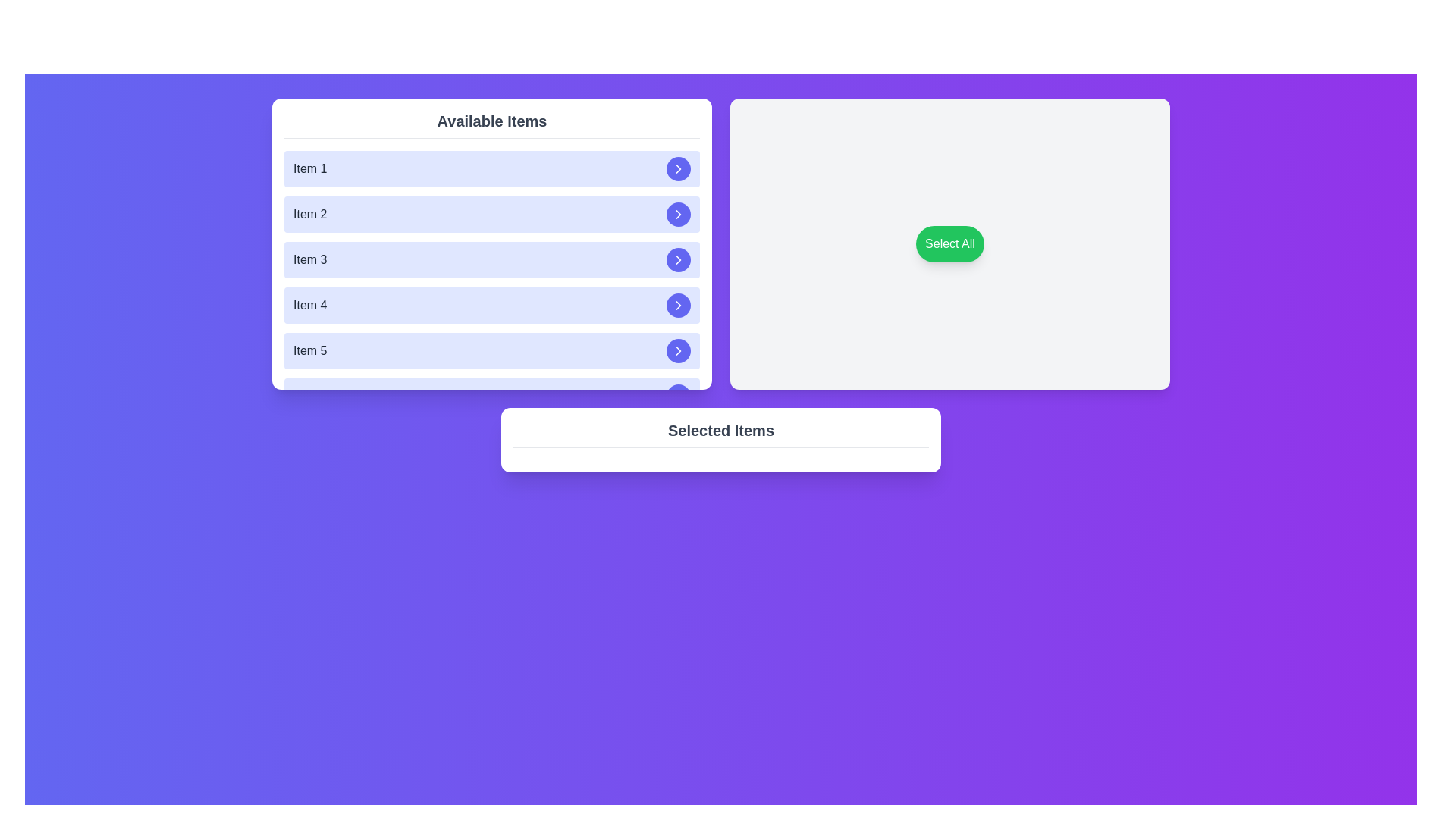 The width and height of the screenshot is (1456, 819). Describe the element at coordinates (677, 305) in the screenshot. I see `the chevron icon in the rightmost section of the fourth row of the 'Available Items' list` at that location.